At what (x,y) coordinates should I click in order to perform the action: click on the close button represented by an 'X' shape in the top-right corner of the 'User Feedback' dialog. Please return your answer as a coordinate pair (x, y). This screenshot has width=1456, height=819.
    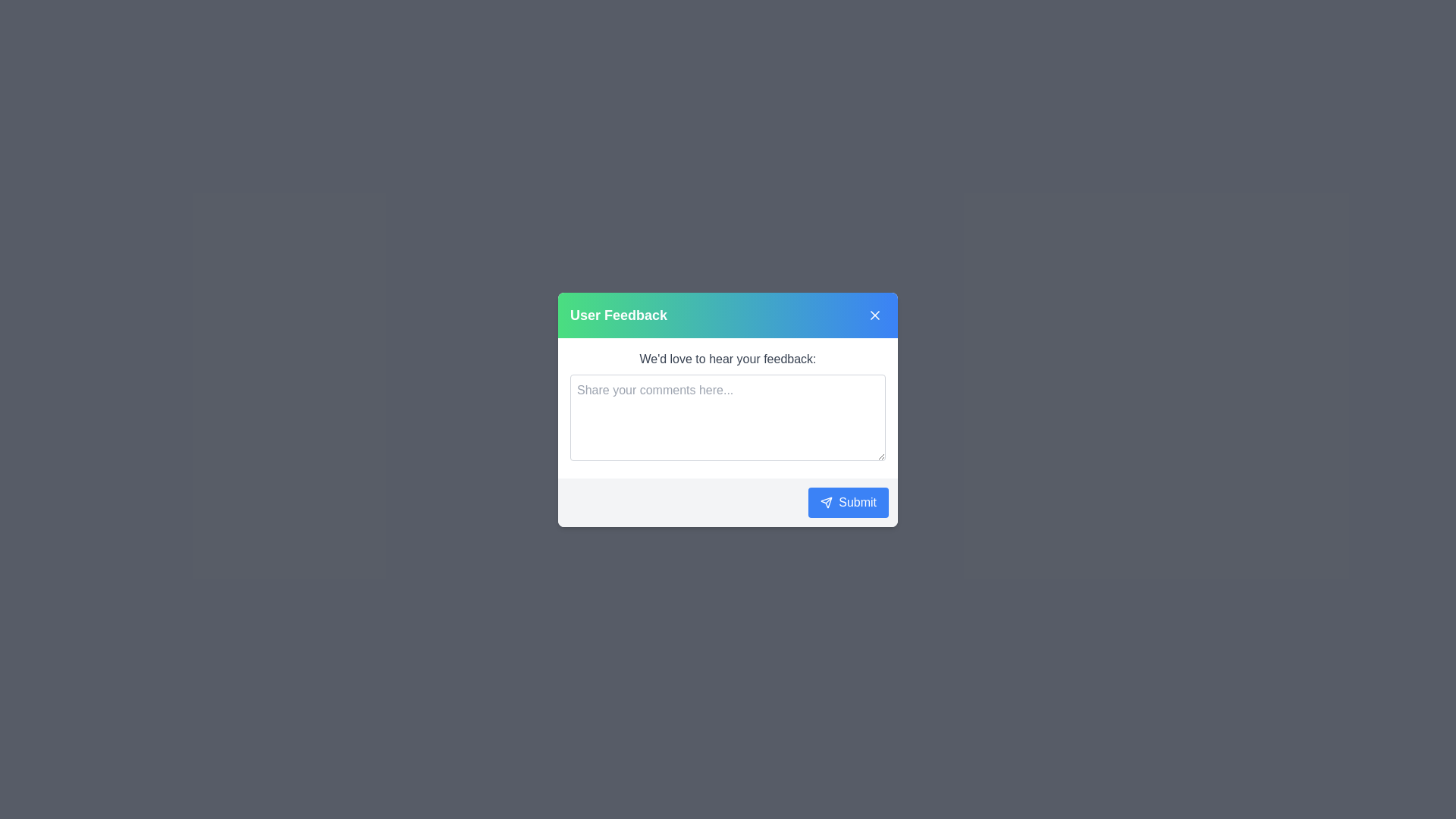
    Looking at the image, I should click on (874, 314).